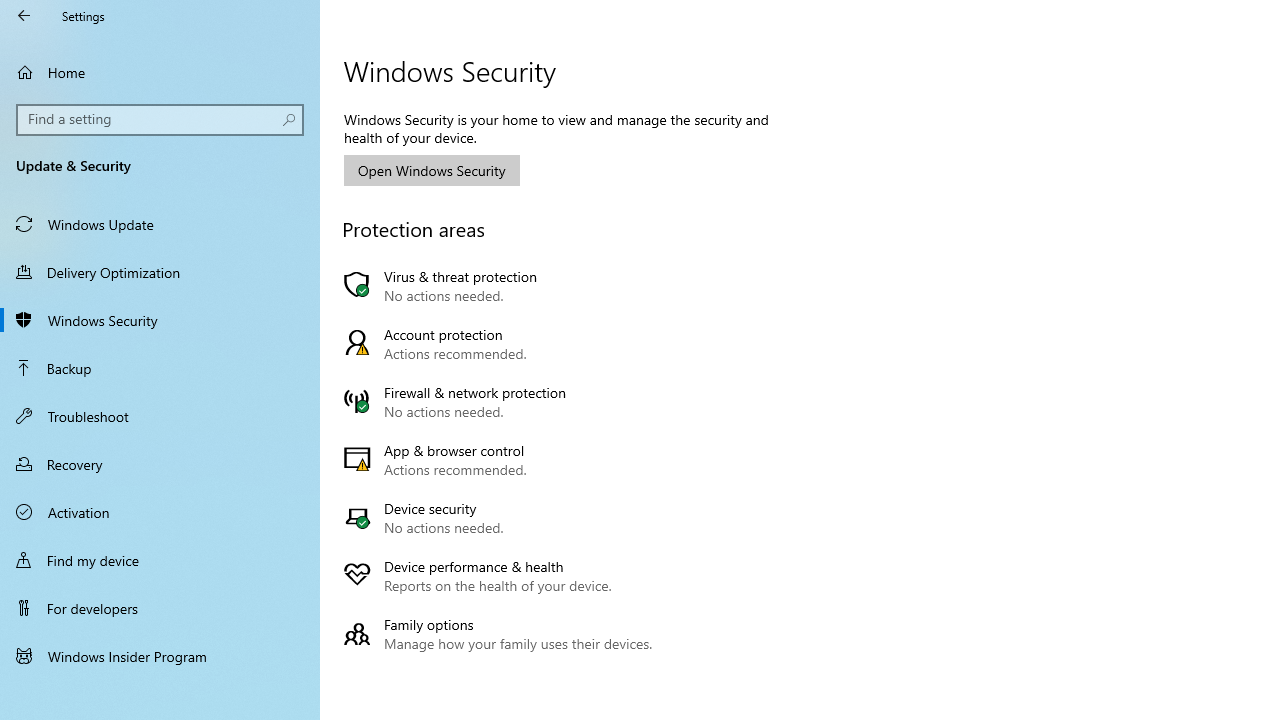 The height and width of the screenshot is (720, 1280). Describe the element at coordinates (431, 169) in the screenshot. I see `'Open Windows Security'` at that location.